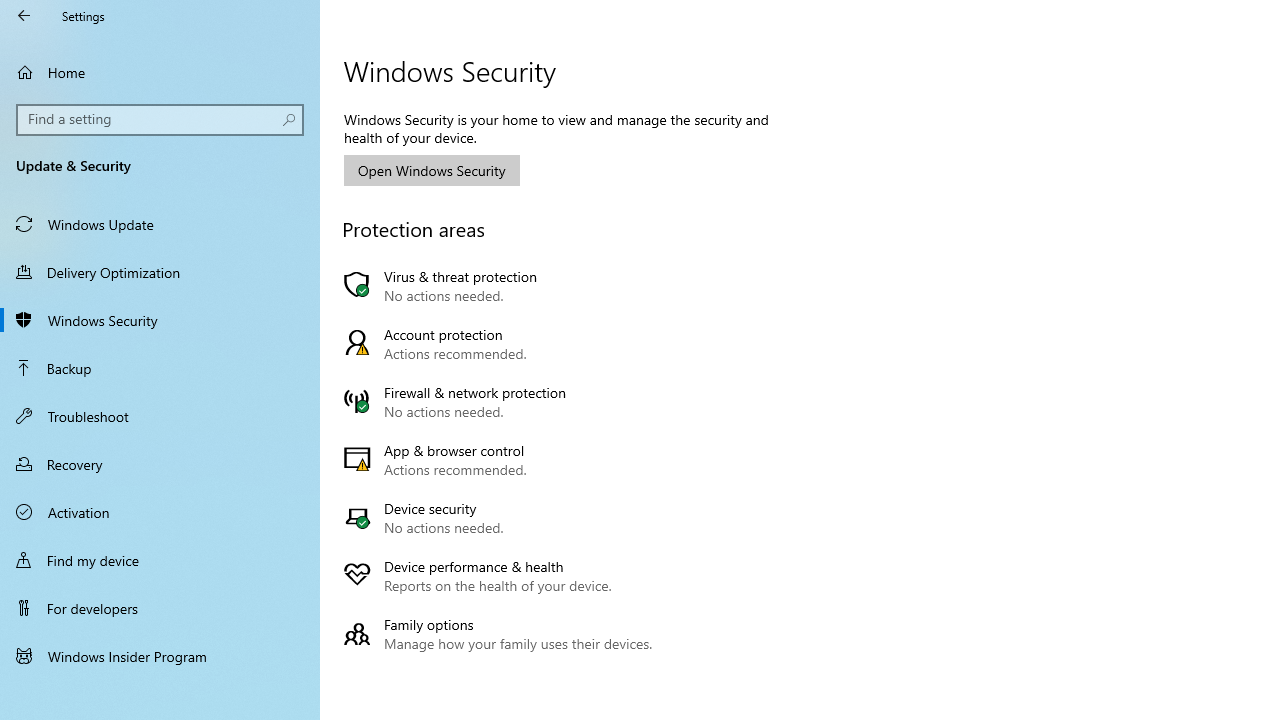 The height and width of the screenshot is (720, 1280). Describe the element at coordinates (431, 169) in the screenshot. I see `'Open Windows Security'` at that location.